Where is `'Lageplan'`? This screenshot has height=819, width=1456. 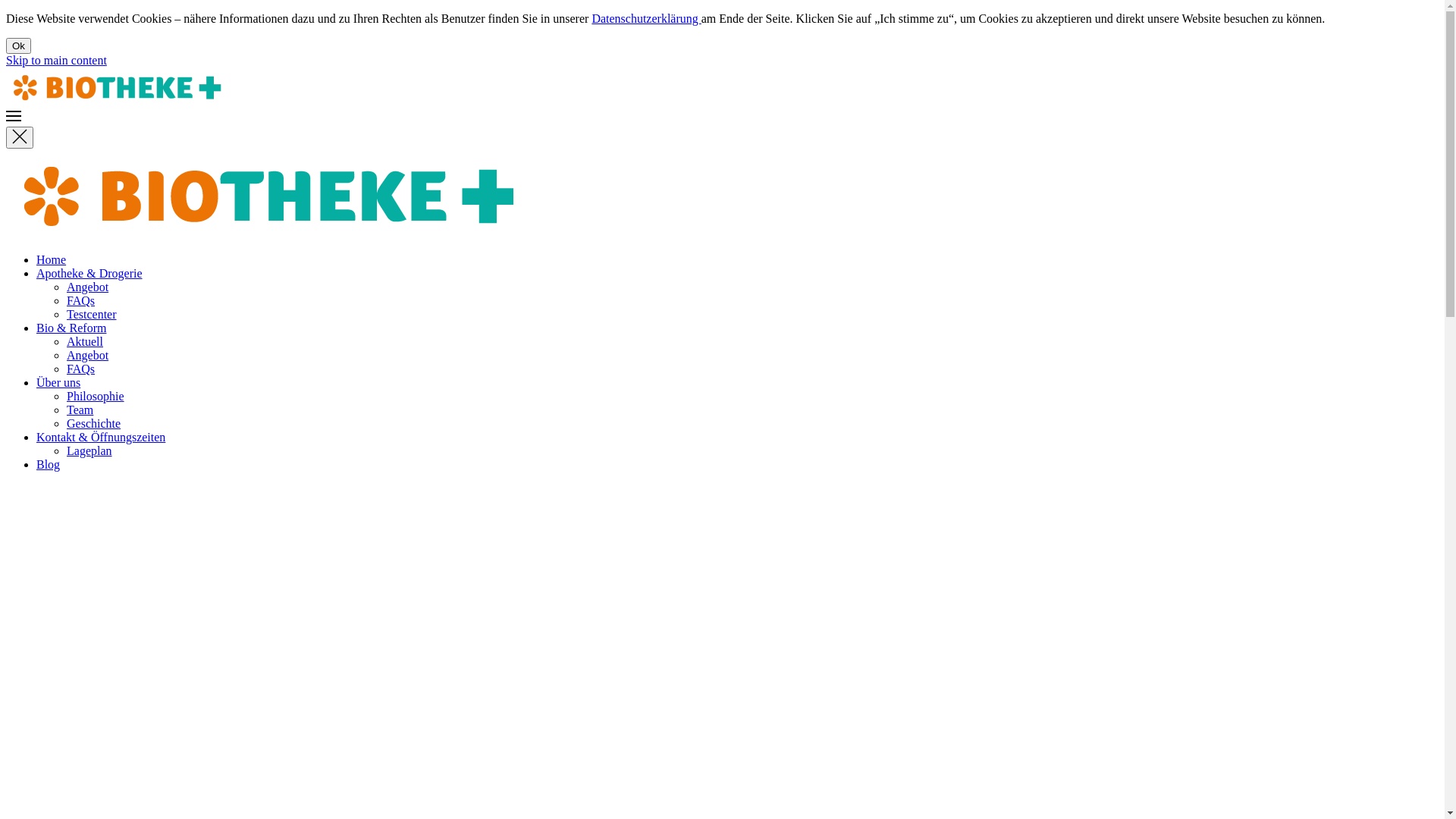
'Lageplan' is located at coordinates (89, 450).